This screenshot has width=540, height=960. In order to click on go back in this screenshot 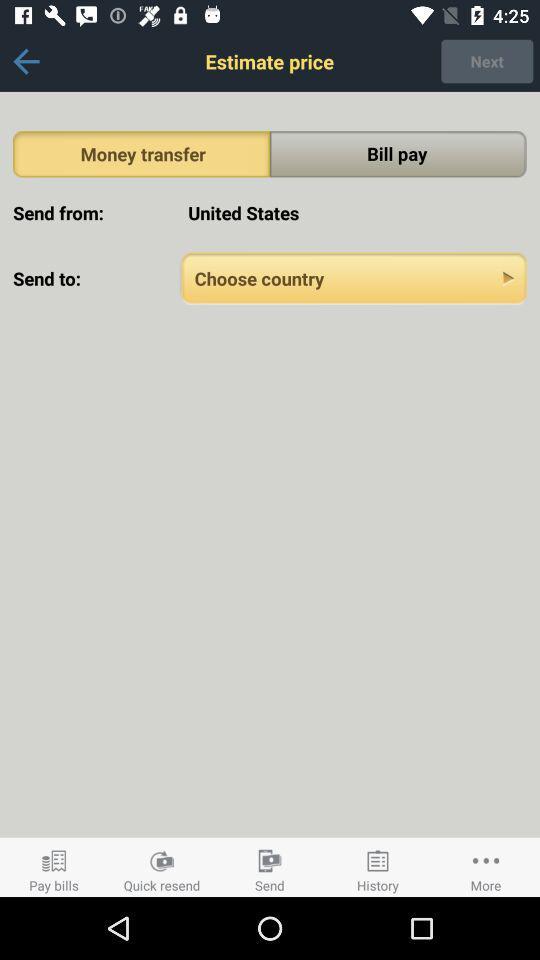, I will do `click(25, 61)`.